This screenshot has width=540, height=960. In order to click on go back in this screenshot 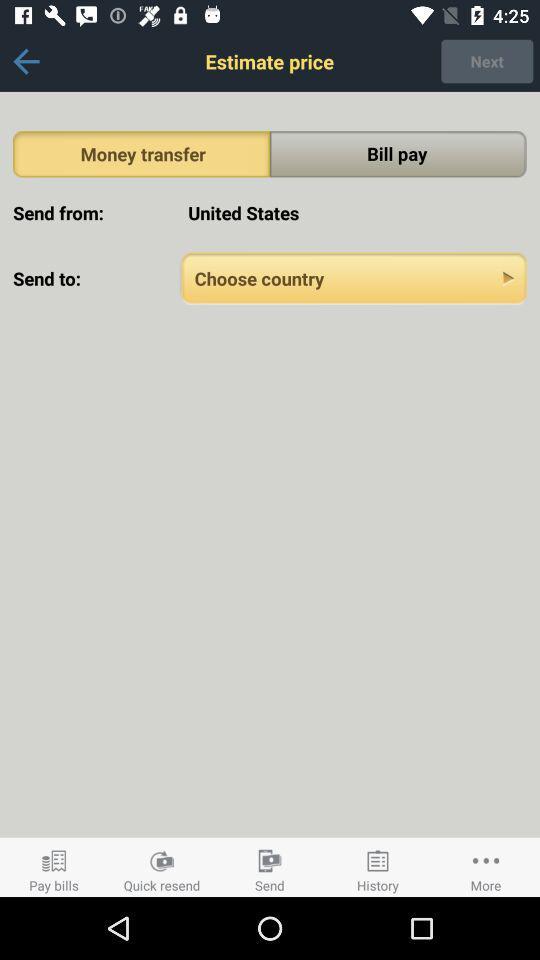, I will do `click(25, 61)`.